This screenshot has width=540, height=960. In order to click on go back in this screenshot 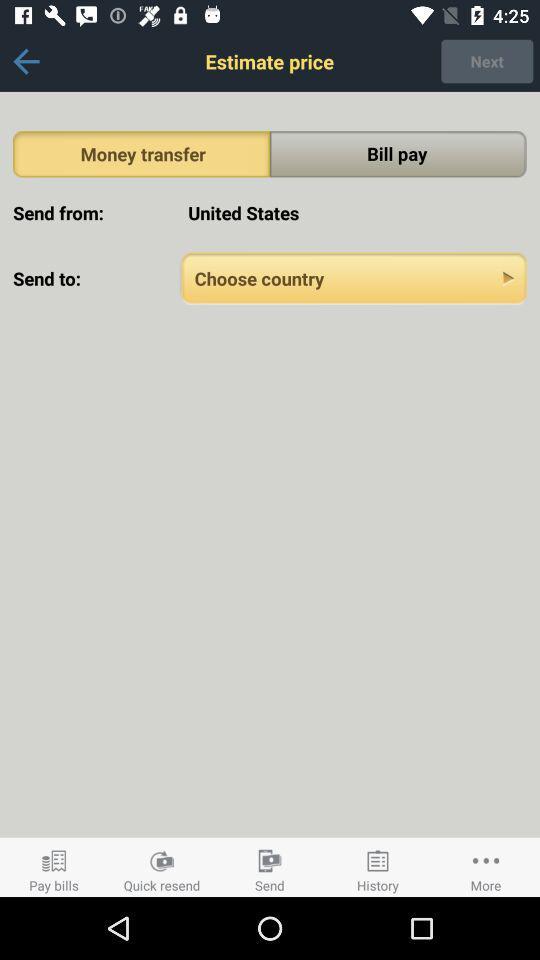, I will do `click(25, 61)`.